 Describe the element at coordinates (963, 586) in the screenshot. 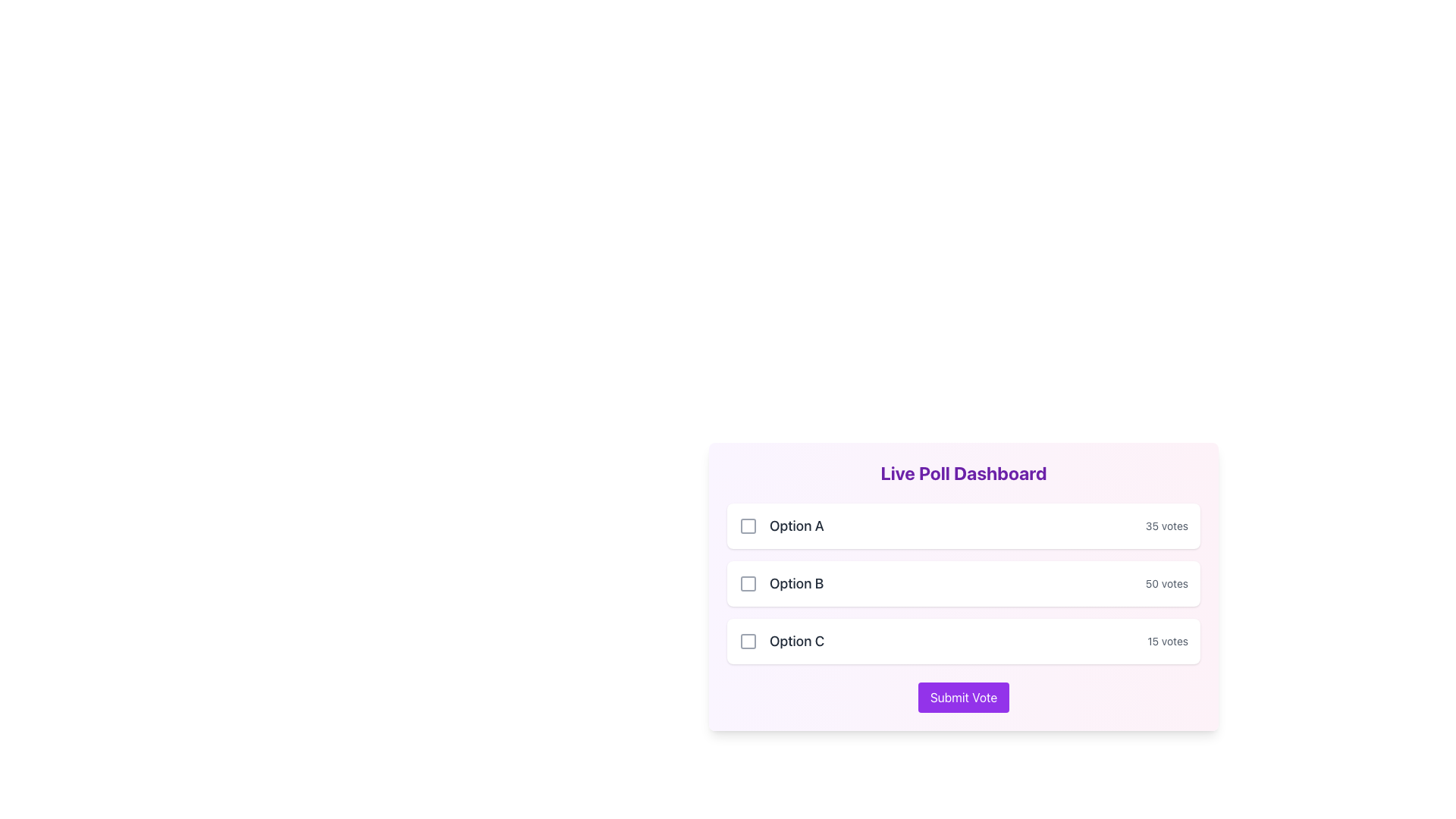

I see `the second list item` at that location.